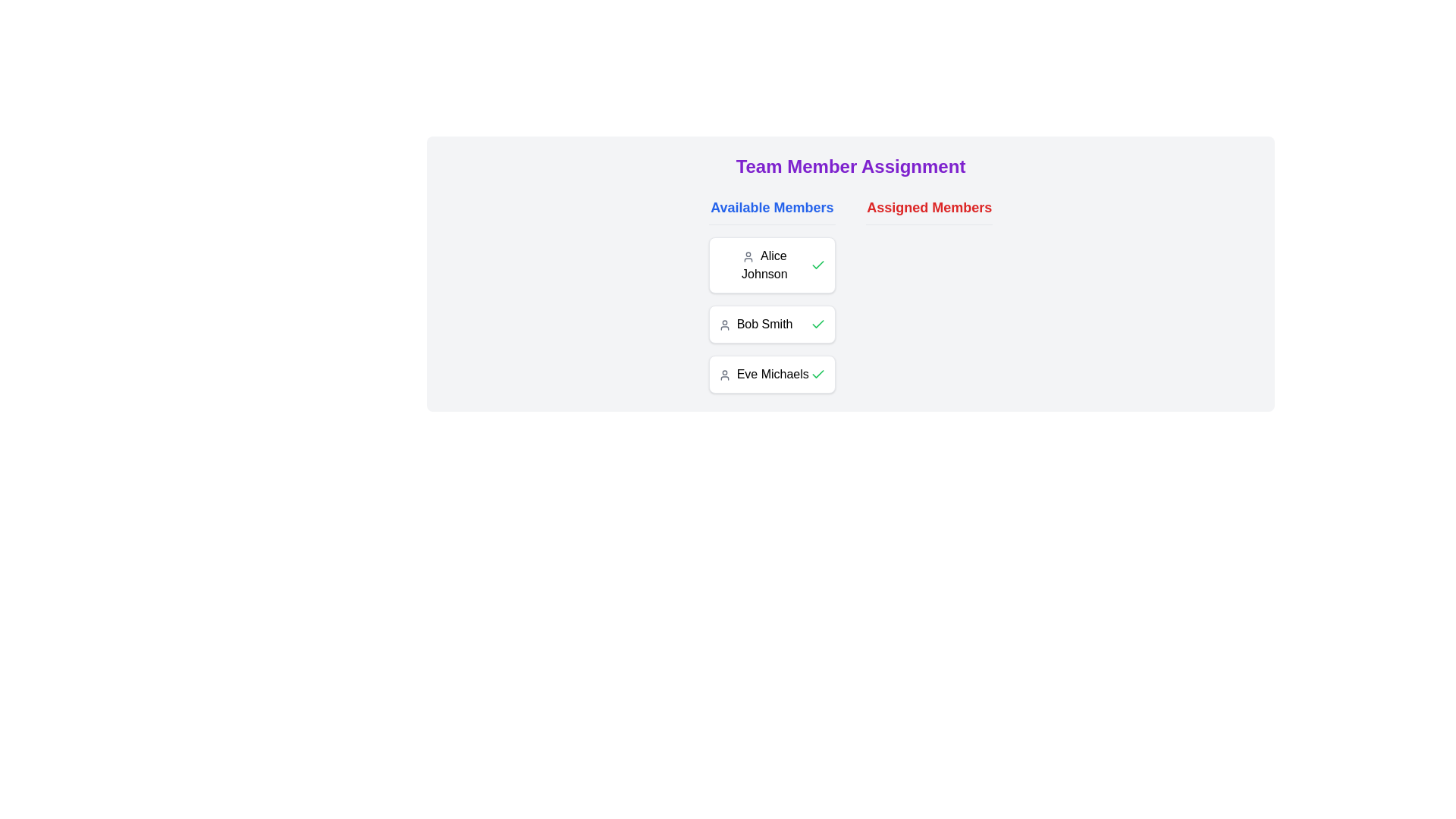 The height and width of the screenshot is (819, 1456). I want to click on the Text Label with Icon displaying 'Bob Smith' for additional details, which is the second entry in the 'Available Members' column, located between 'Alice Johnson' and 'Eve Michaels', so click(755, 324).